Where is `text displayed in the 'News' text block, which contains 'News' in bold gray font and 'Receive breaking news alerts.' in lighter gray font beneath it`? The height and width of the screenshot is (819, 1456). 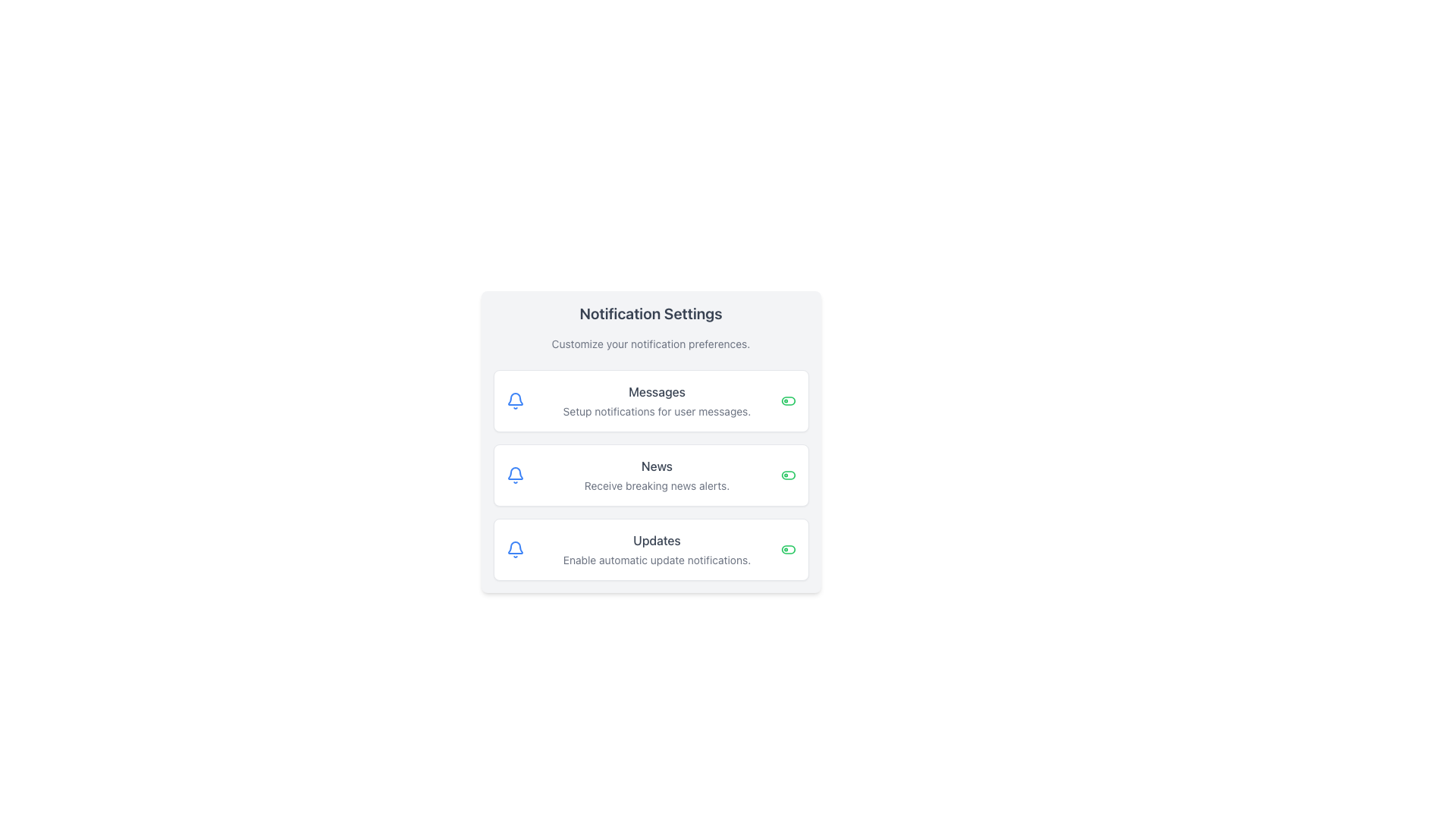 text displayed in the 'News' text block, which contains 'News' in bold gray font and 'Receive breaking news alerts.' in lighter gray font beneath it is located at coordinates (657, 475).